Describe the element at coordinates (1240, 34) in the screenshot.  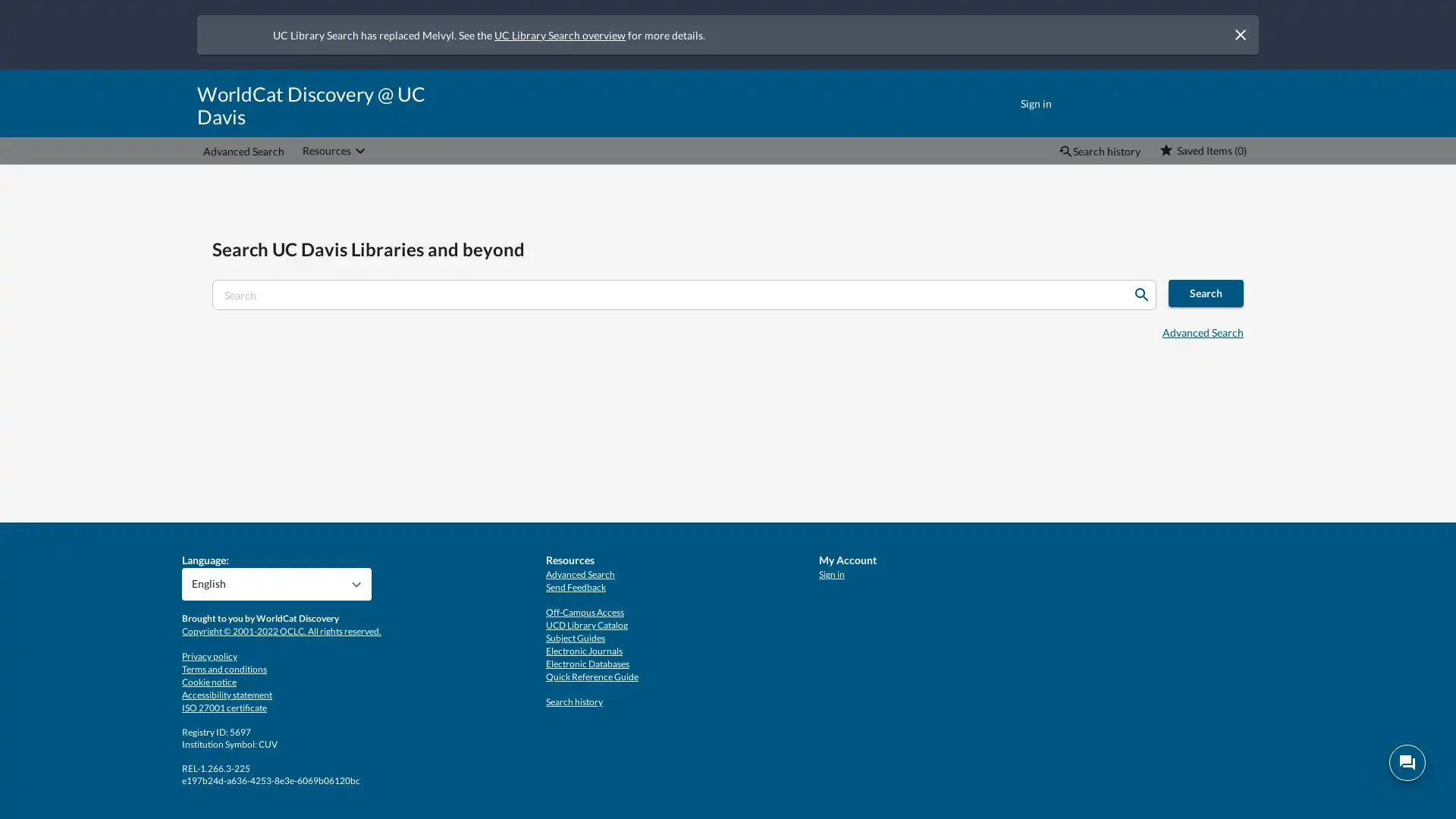
I see `Dismiss` at that location.